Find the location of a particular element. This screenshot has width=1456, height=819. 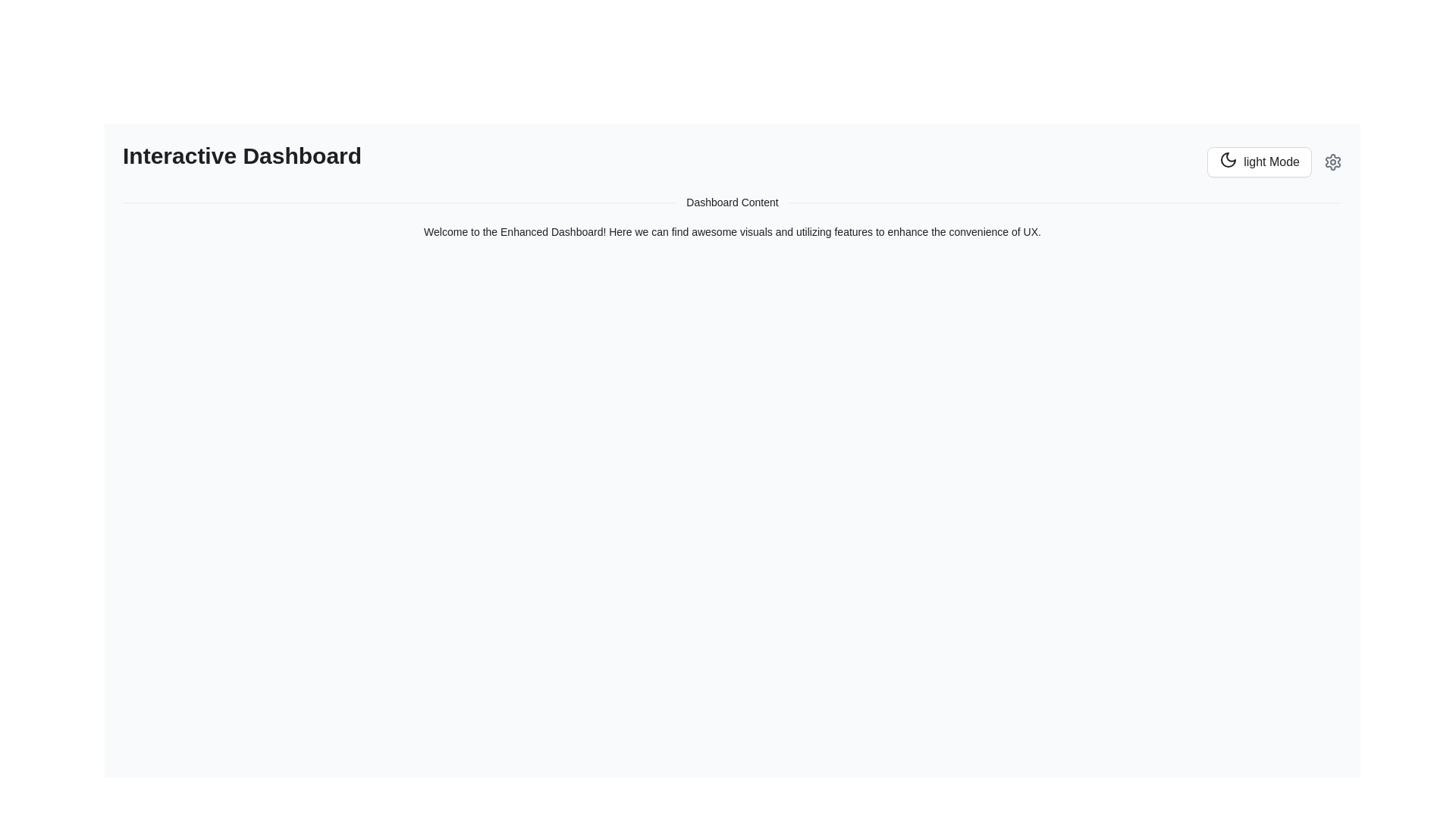

the settings icon located in the top-right corner of the interface, to the right of the 'Light Mode' button is located at coordinates (1332, 162).